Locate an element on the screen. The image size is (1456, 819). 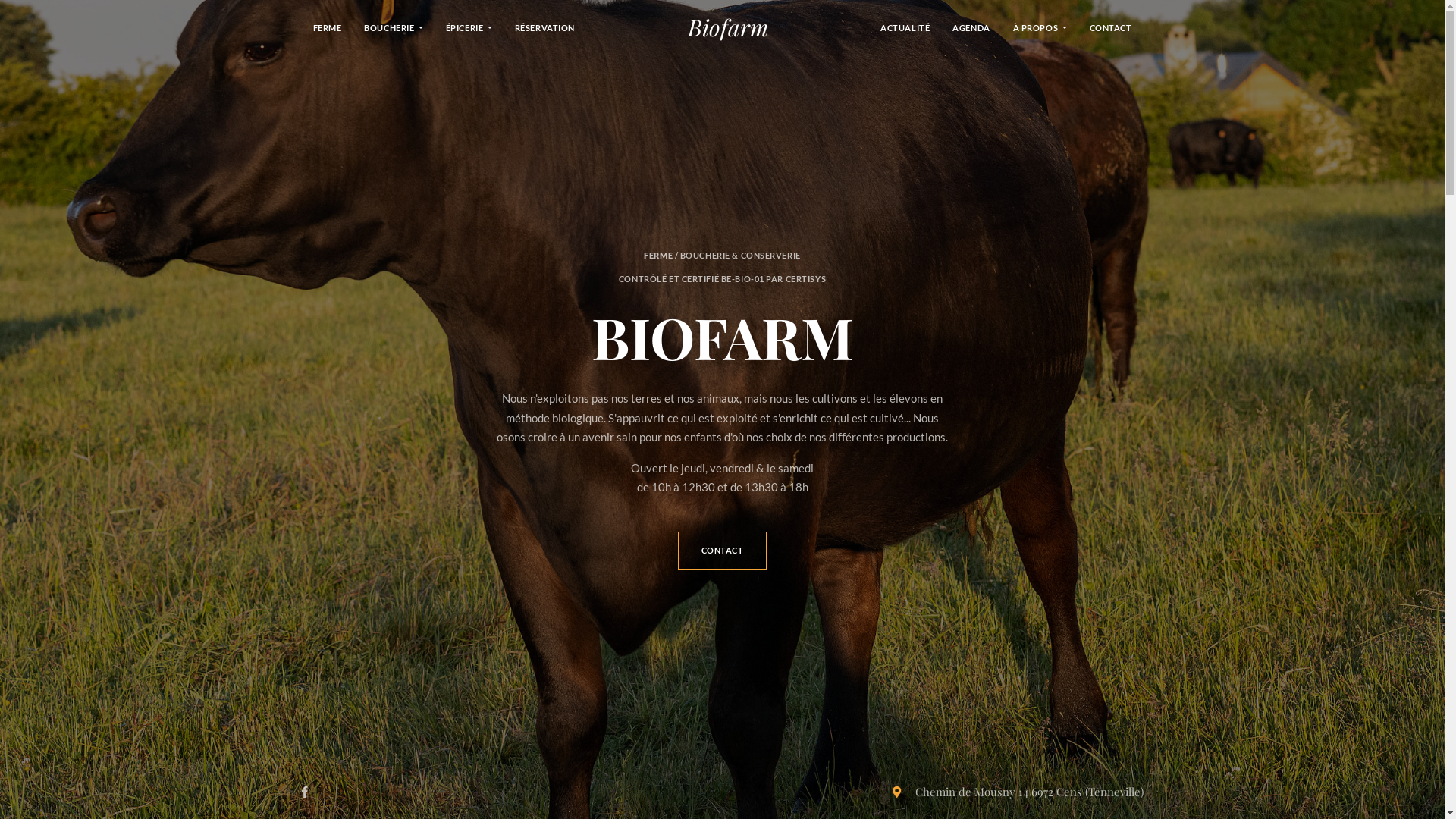
'FERME' is located at coordinates (327, 27).